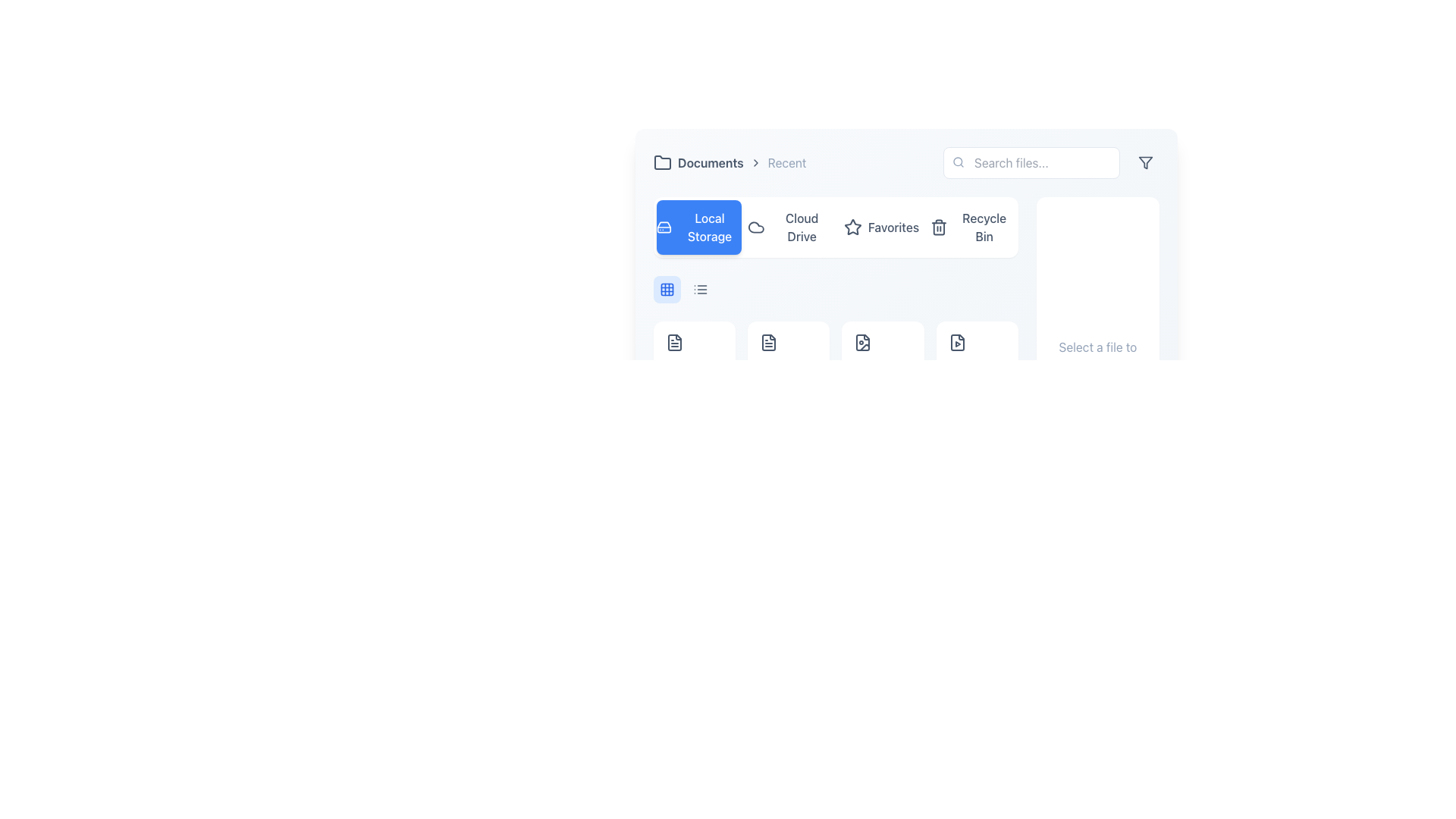 The width and height of the screenshot is (1456, 819). I want to click on the 'Local Storage' button, which has a blue background, white text, and a hard drive icon on the left, so click(698, 227).